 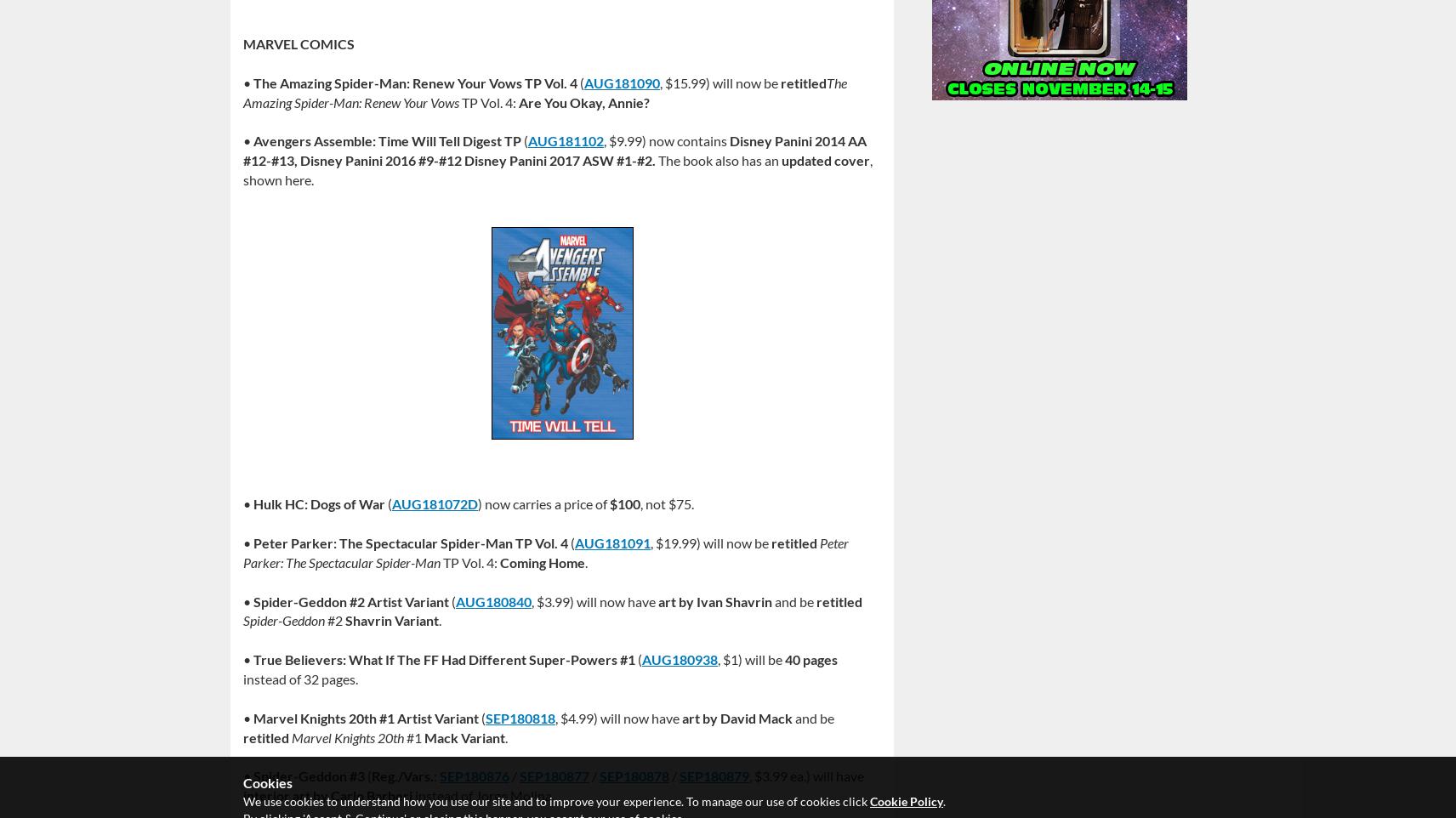 I want to click on 'SEP180876', so click(x=473, y=775).